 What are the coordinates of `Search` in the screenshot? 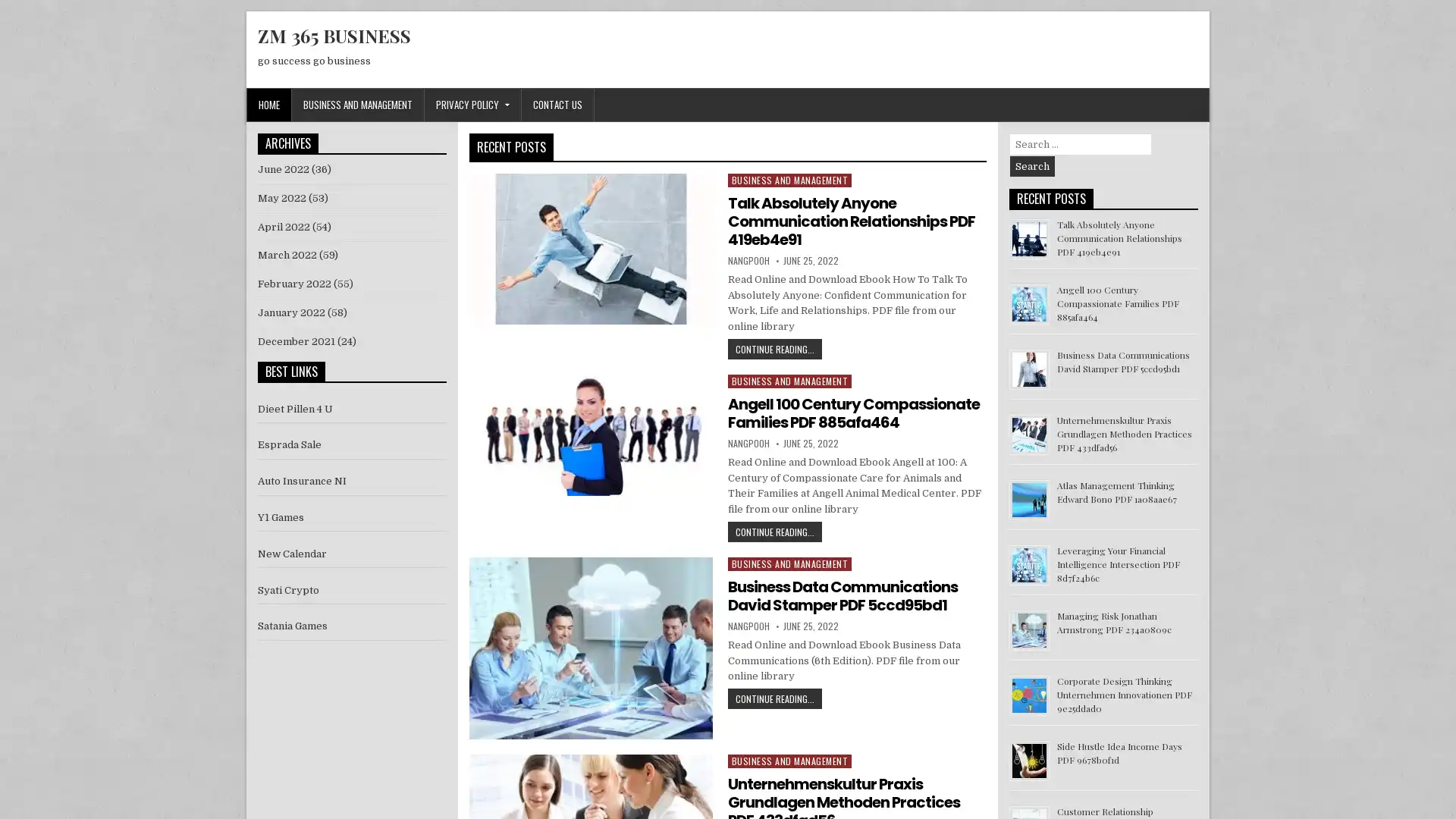 It's located at (1031, 166).